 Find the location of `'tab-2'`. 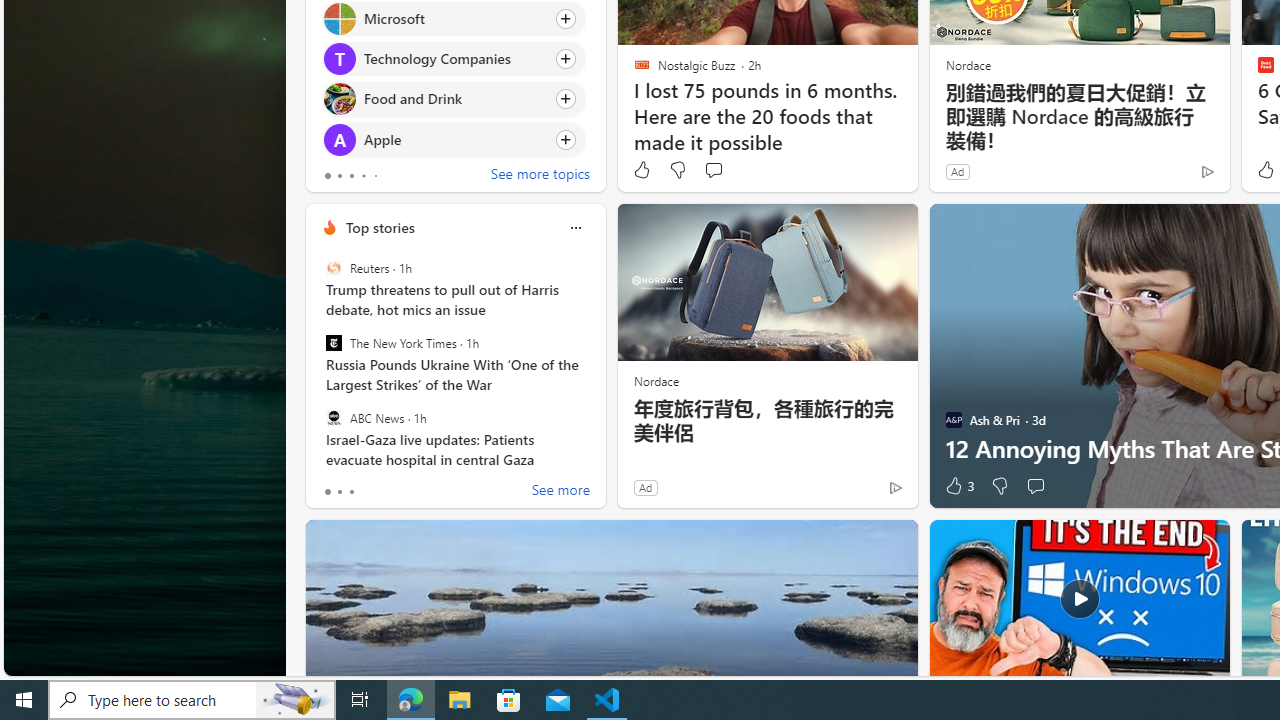

'tab-2' is located at coordinates (352, 492).